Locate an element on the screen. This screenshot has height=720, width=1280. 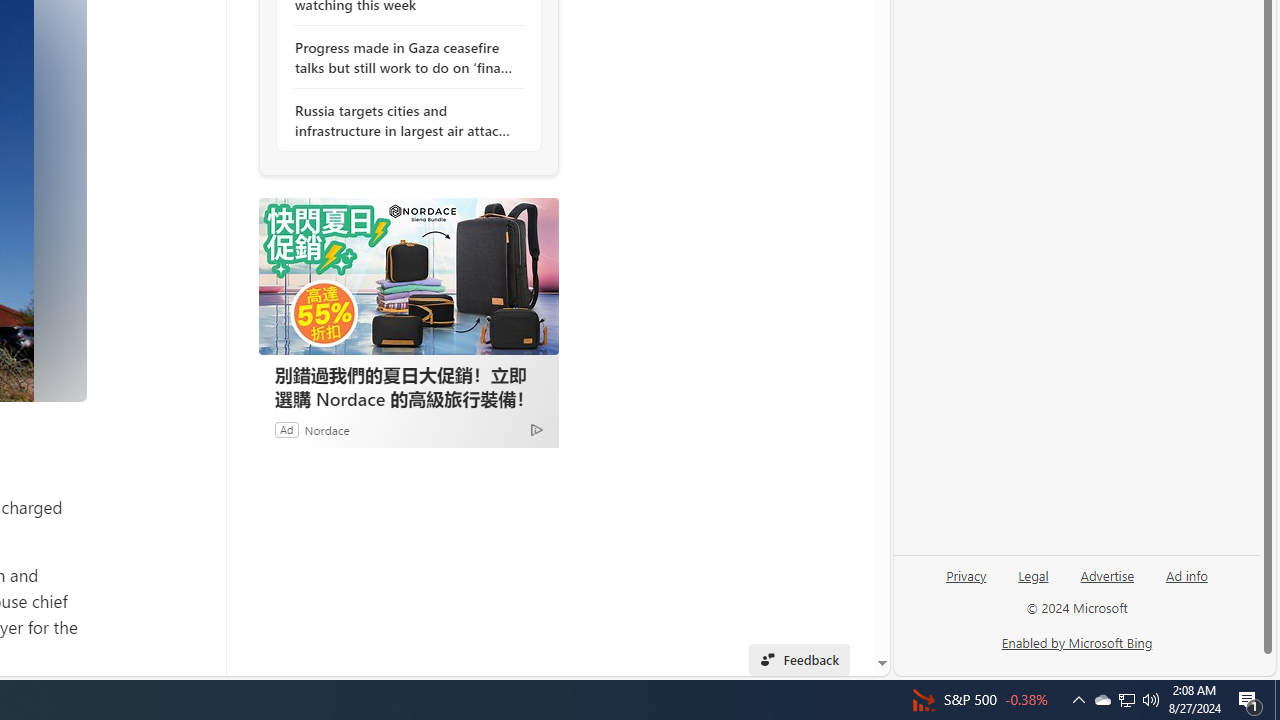
'Advertise' is located at coordinates (1106, 583).